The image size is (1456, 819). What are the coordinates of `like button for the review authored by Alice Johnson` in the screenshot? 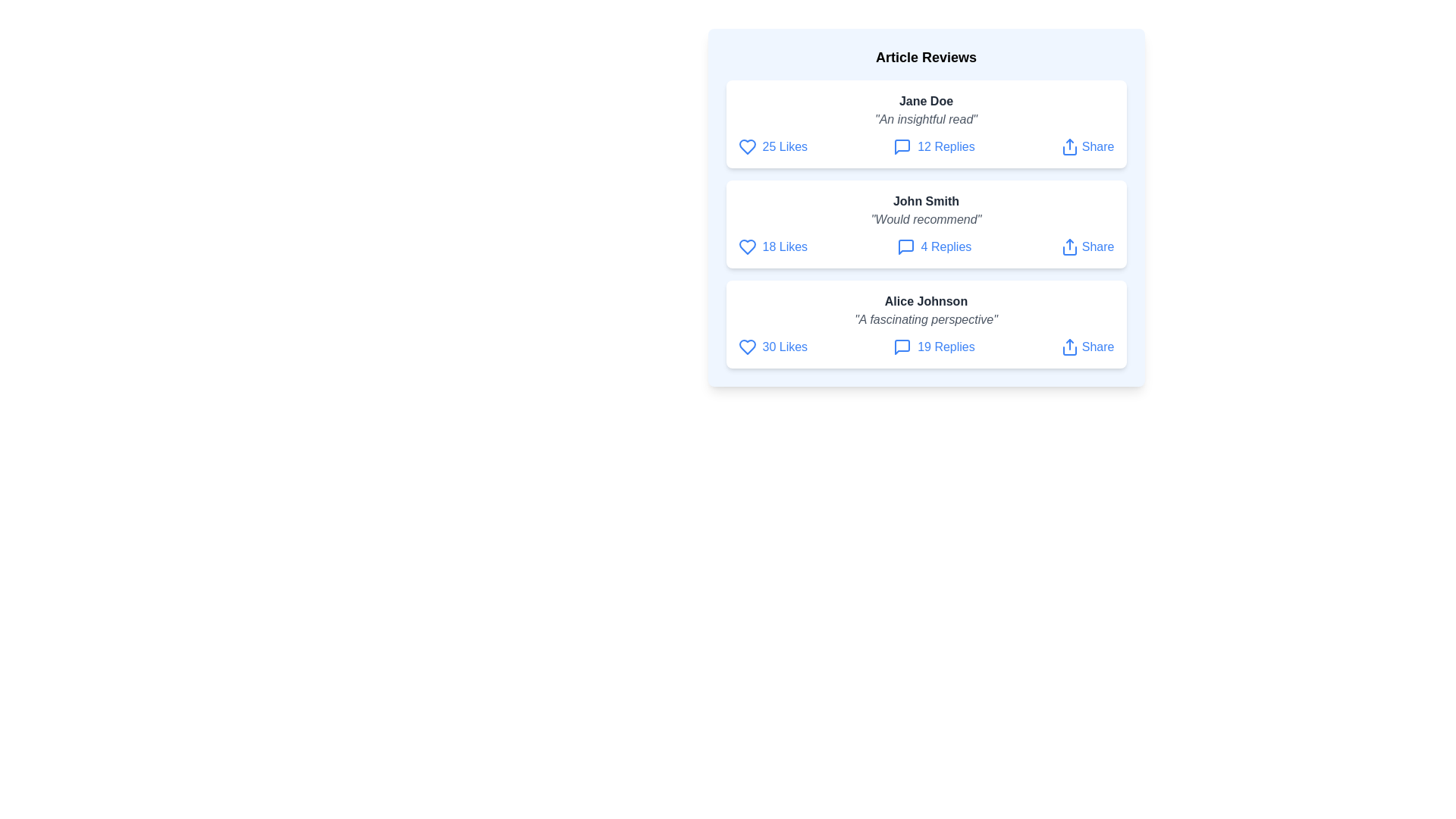 It's located at (747, 347).